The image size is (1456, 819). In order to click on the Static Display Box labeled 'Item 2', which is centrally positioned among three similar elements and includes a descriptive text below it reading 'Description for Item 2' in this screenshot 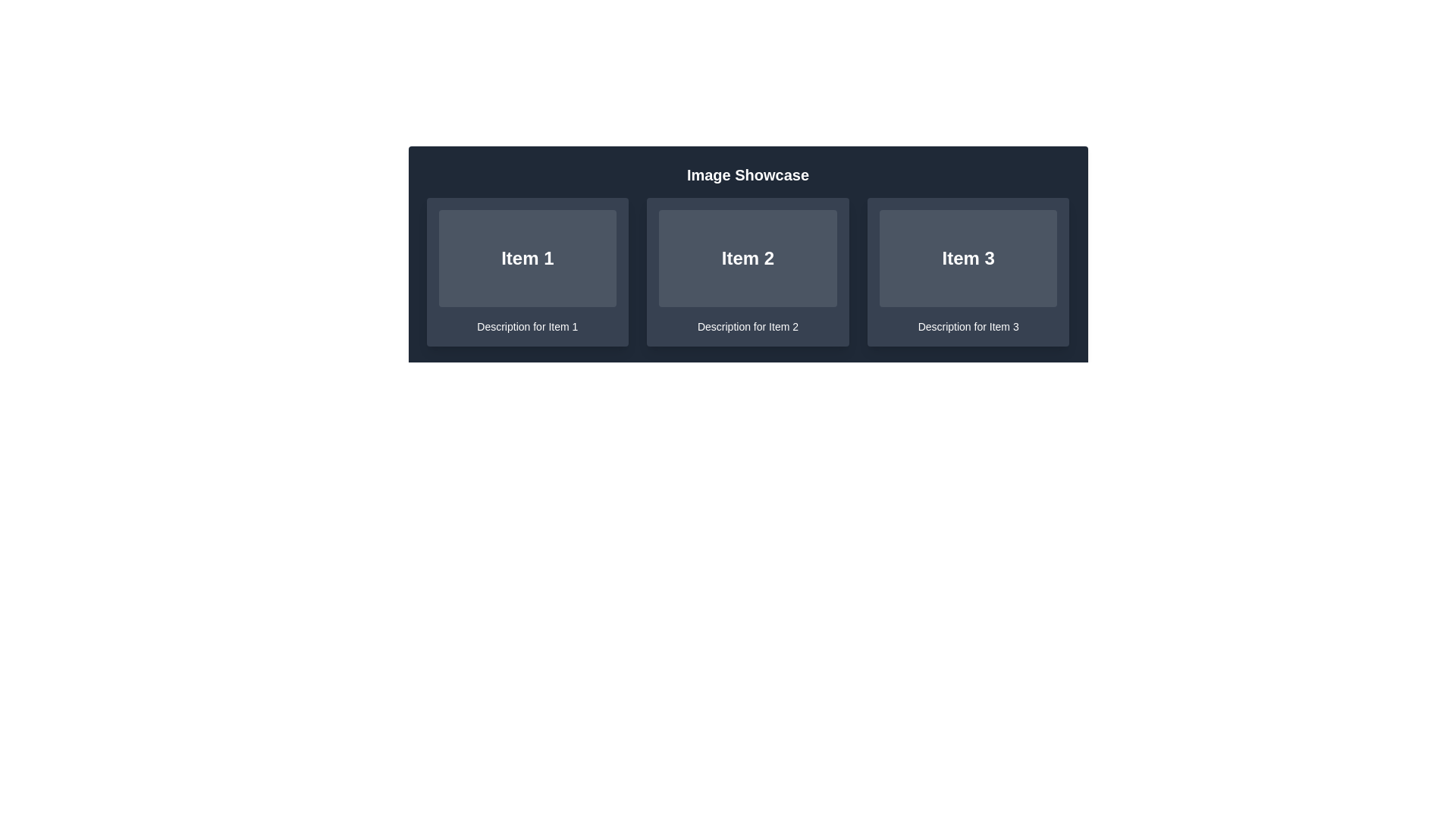, I will do `click(748, 257)`.